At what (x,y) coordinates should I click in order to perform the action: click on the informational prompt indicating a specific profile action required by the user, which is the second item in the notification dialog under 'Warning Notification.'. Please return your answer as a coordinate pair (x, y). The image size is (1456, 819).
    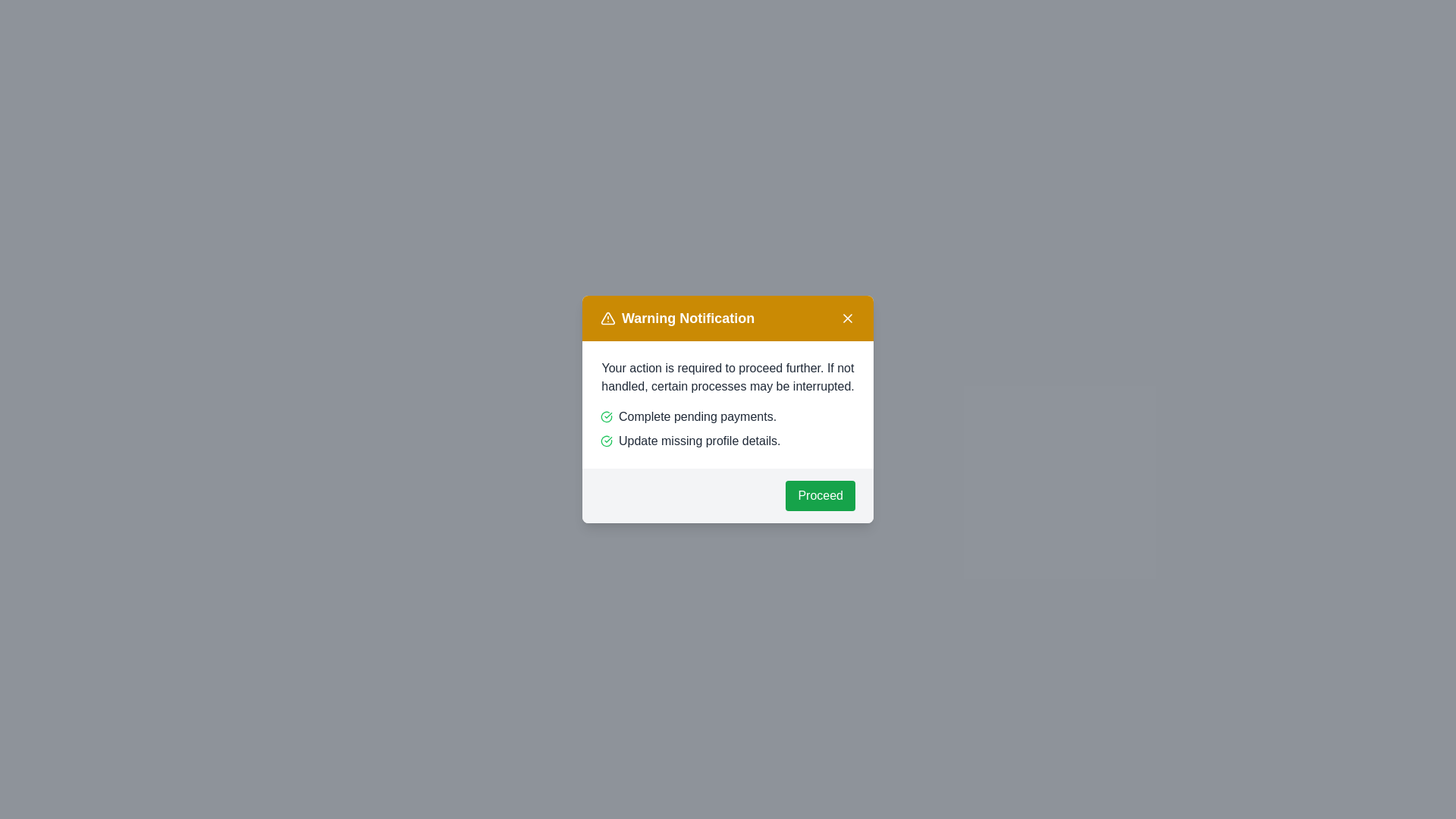
    Looking at the image, I should click on (728, 441).